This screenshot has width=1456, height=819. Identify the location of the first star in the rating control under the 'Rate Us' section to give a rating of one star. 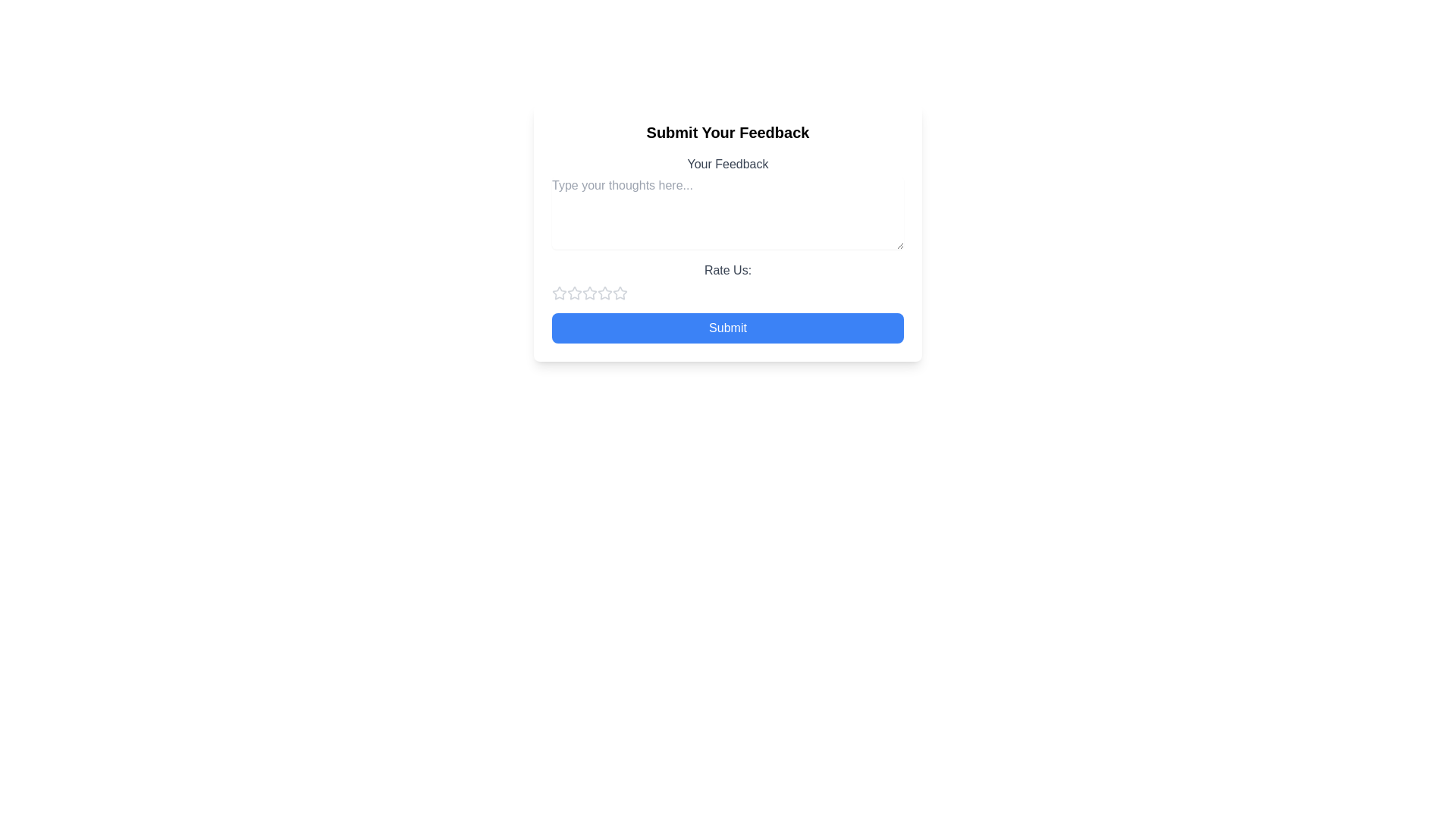
(574, 293).